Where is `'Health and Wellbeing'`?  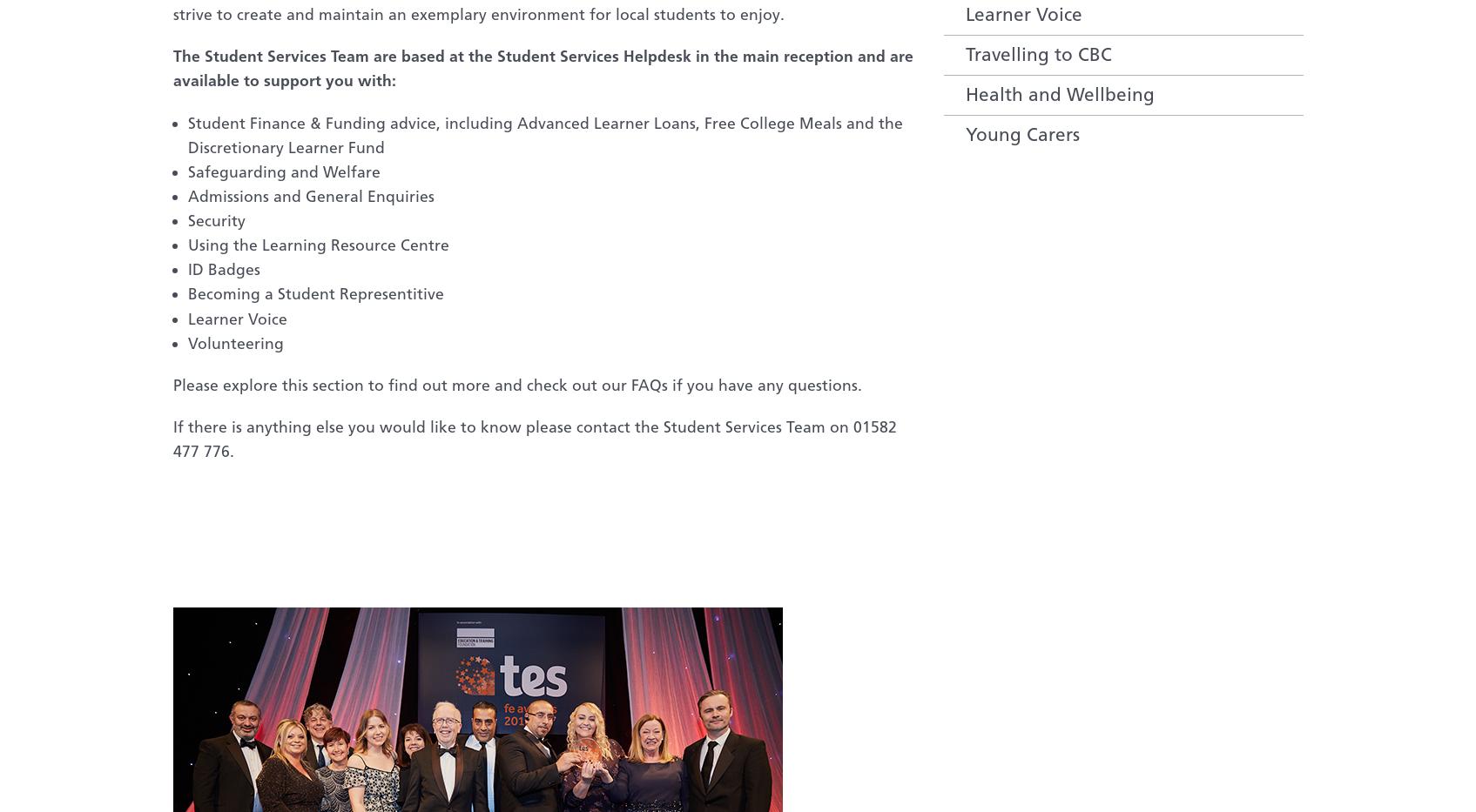
'Health and Wellbeing' is located at coordinates (1059, 93).